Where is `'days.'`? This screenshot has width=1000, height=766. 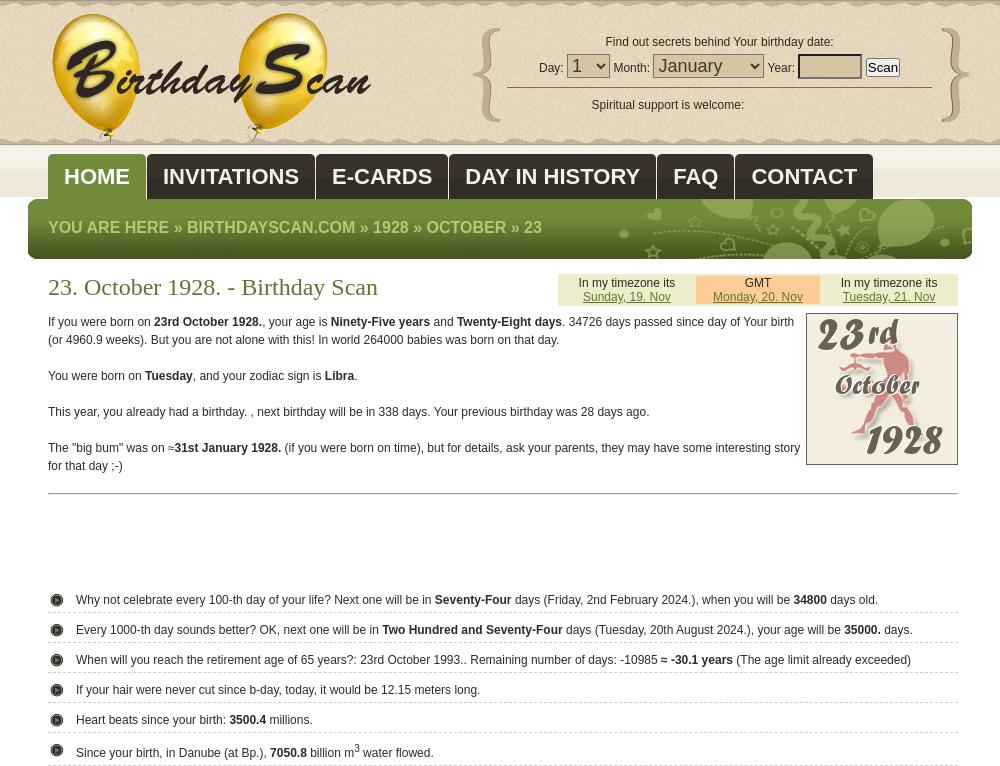
'days.' is located at coordinates (896, 629).